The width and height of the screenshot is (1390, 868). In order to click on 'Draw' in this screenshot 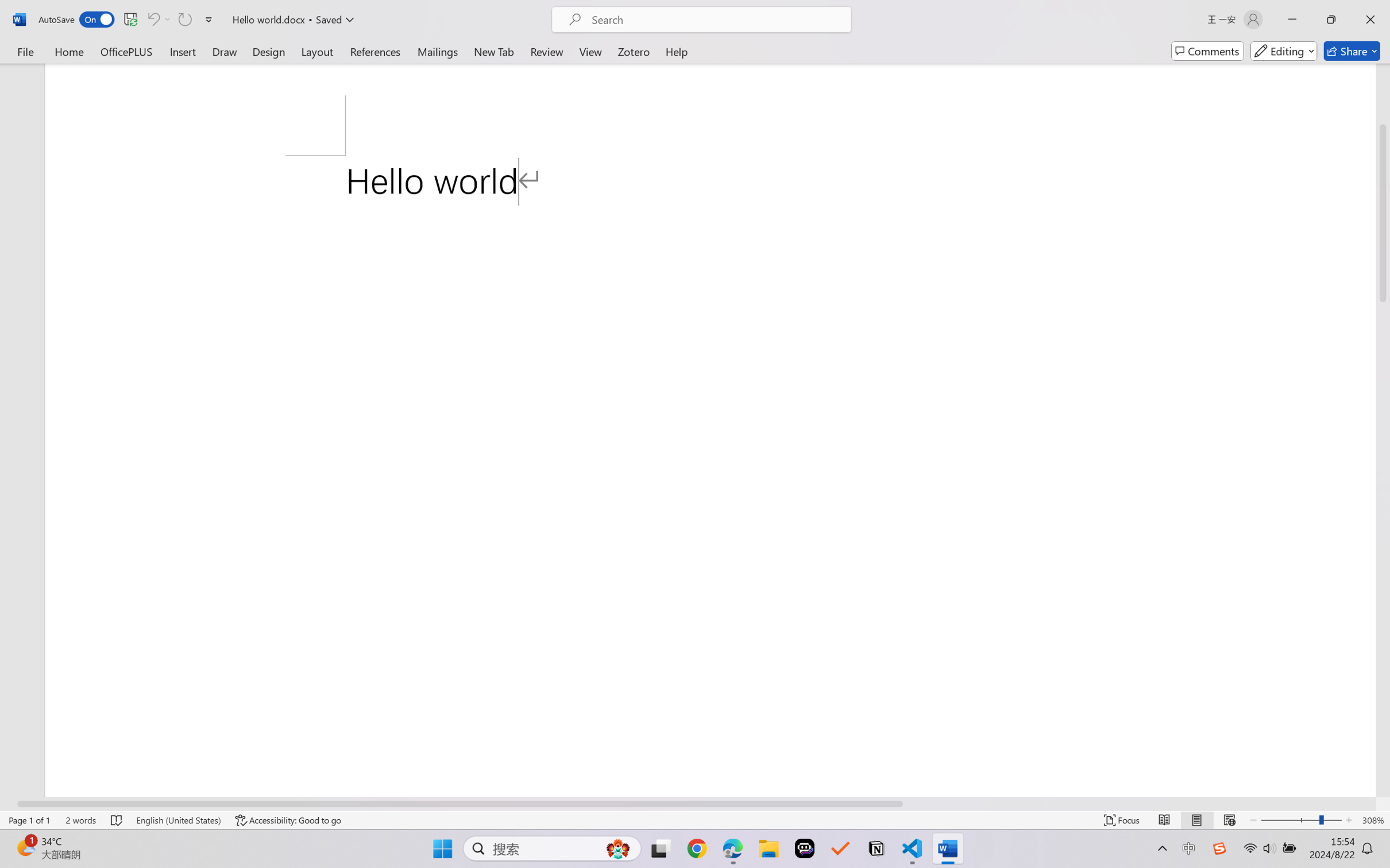, I will do `click(225, 51)`.